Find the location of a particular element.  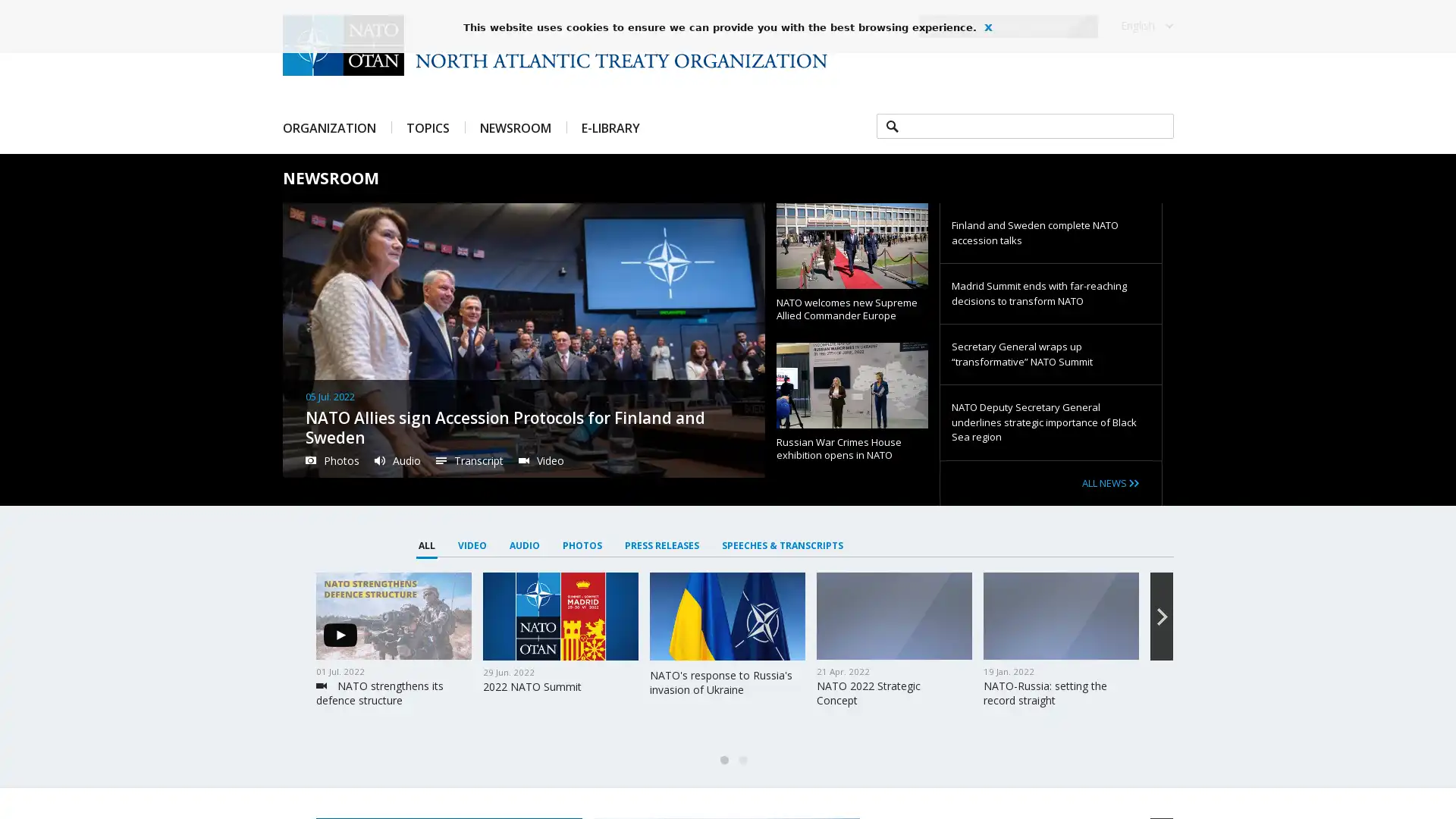

2 is located at coordinates (742, 760).